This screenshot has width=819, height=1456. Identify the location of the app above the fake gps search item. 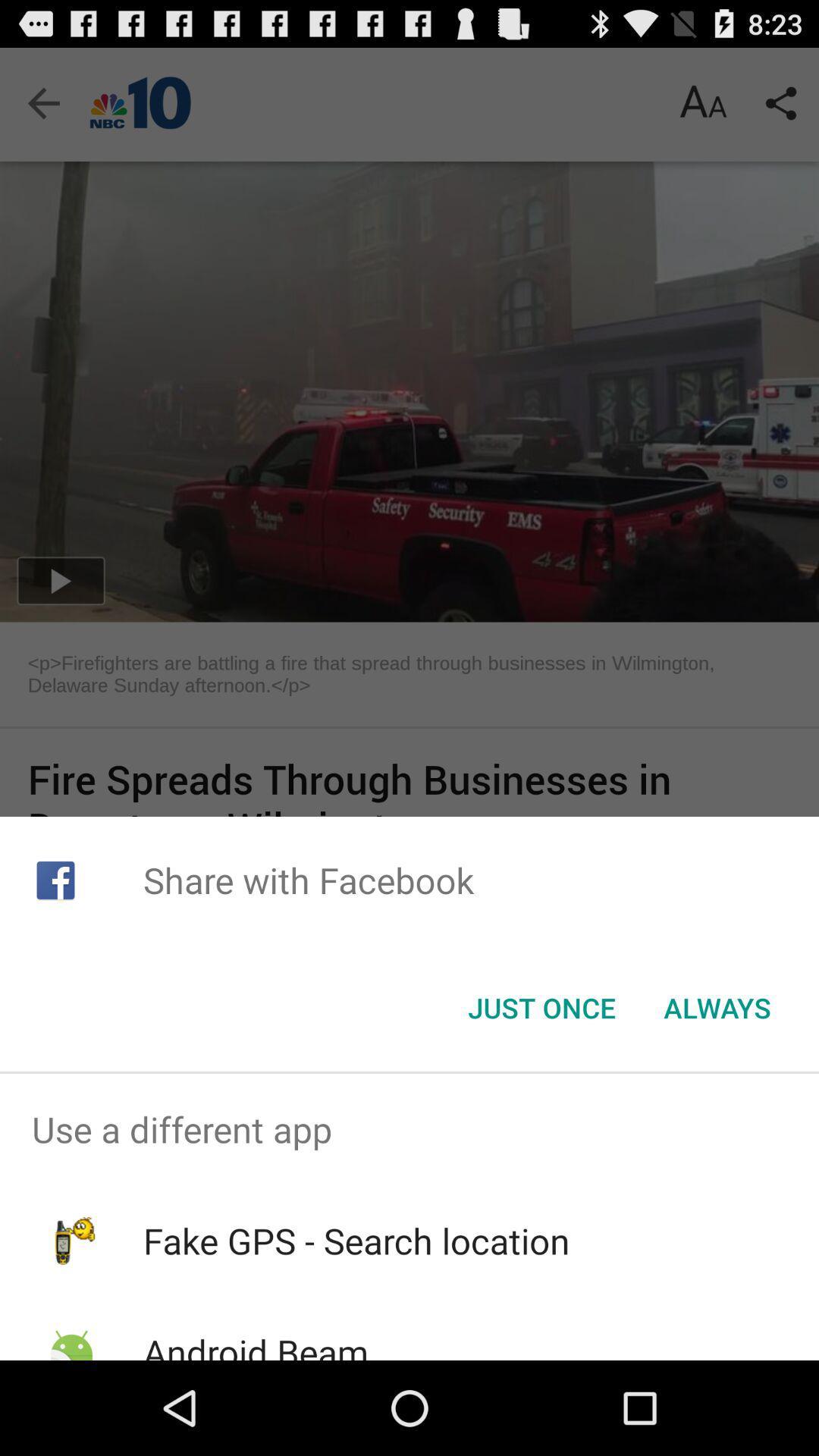
(409, 1129).